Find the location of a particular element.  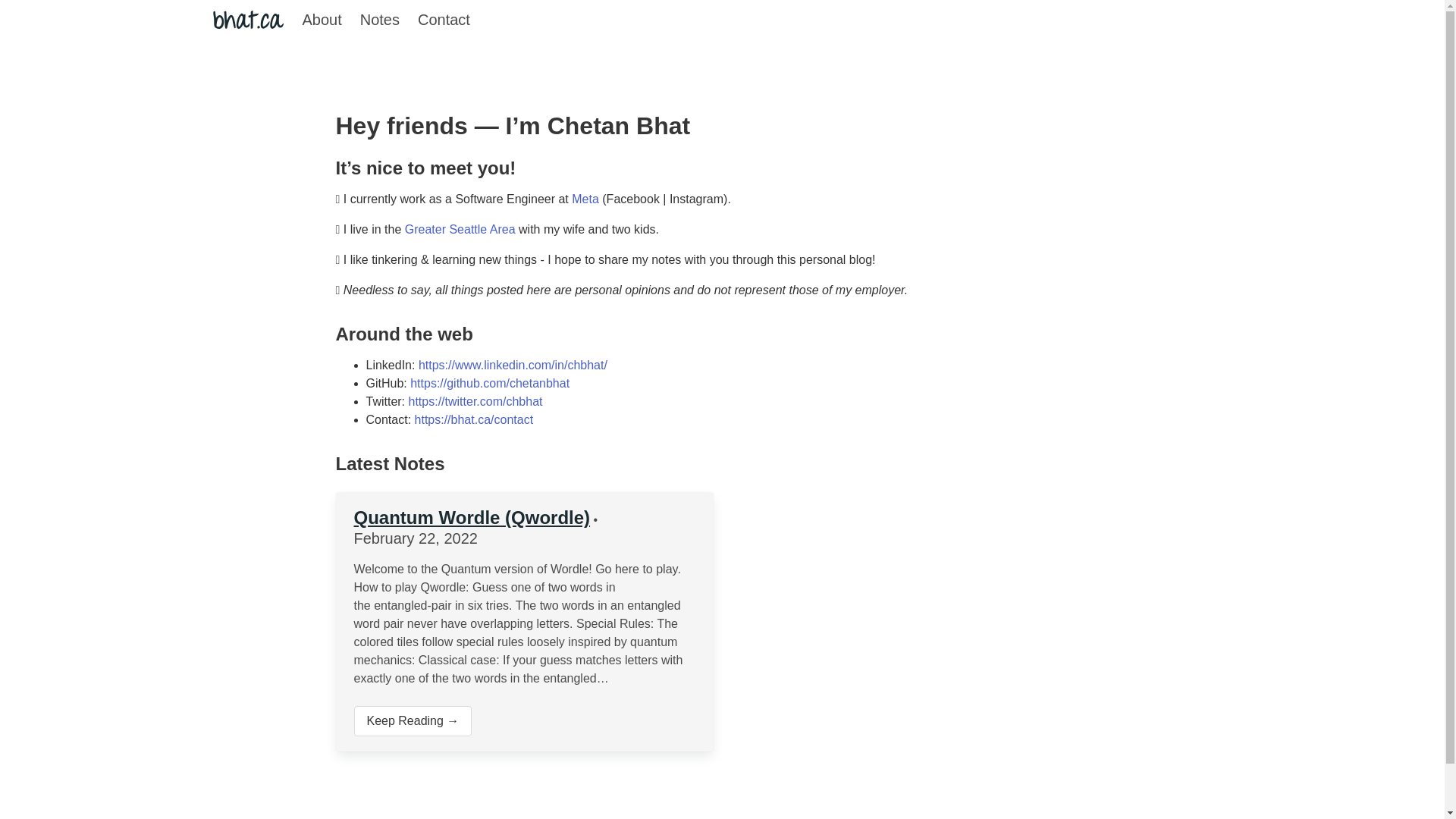

'Chetan Bhat - Home' is located at coordinates (247, 20).